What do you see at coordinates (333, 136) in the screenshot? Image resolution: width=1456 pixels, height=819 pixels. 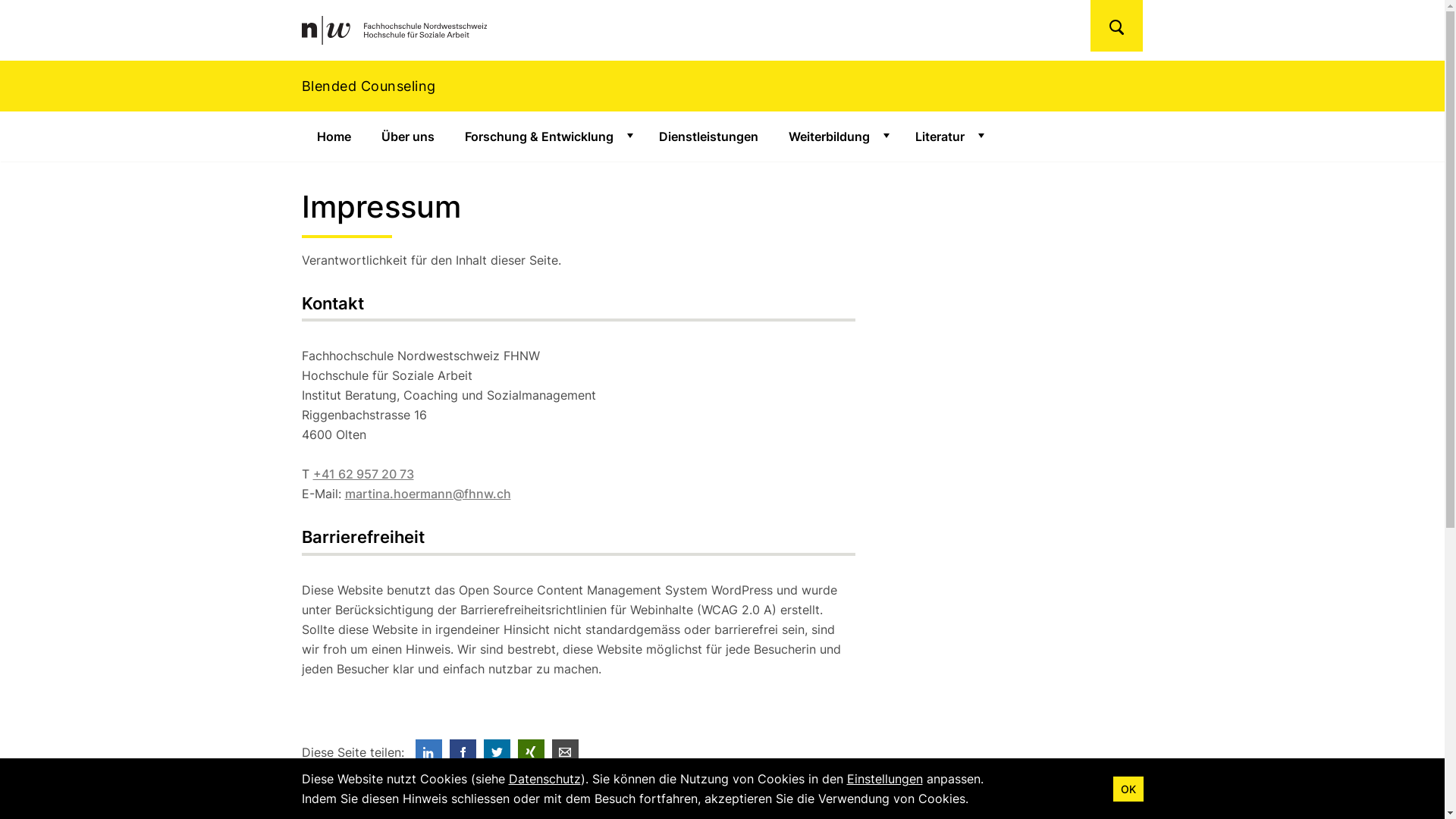 I see `'Home'` at bounding box center [333, 136].